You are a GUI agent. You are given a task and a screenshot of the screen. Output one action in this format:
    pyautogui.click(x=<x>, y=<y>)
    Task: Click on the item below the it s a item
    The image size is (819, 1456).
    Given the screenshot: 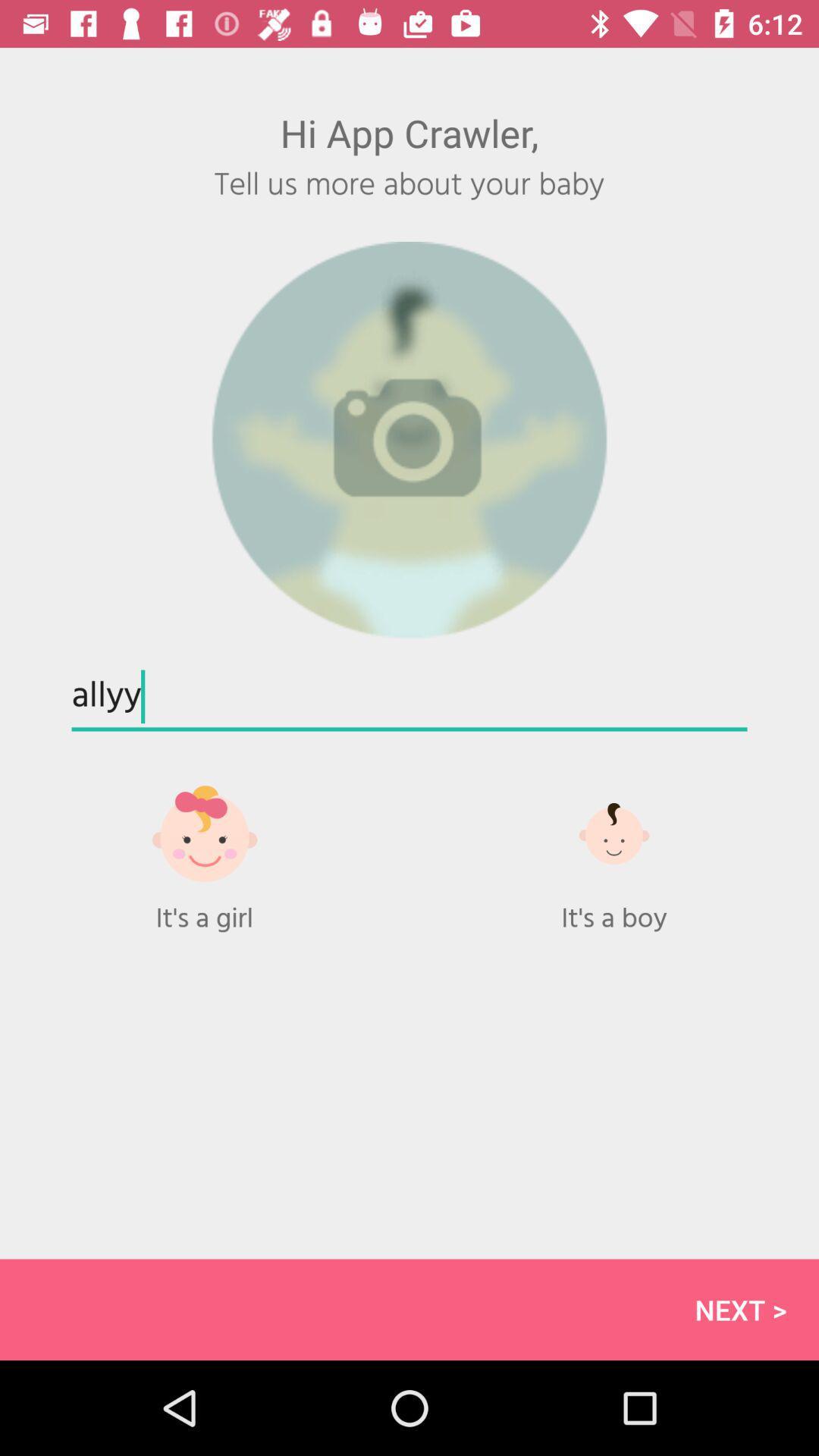 What is the action you would take?
    pyautogui.click(x=409, y=1309)
    